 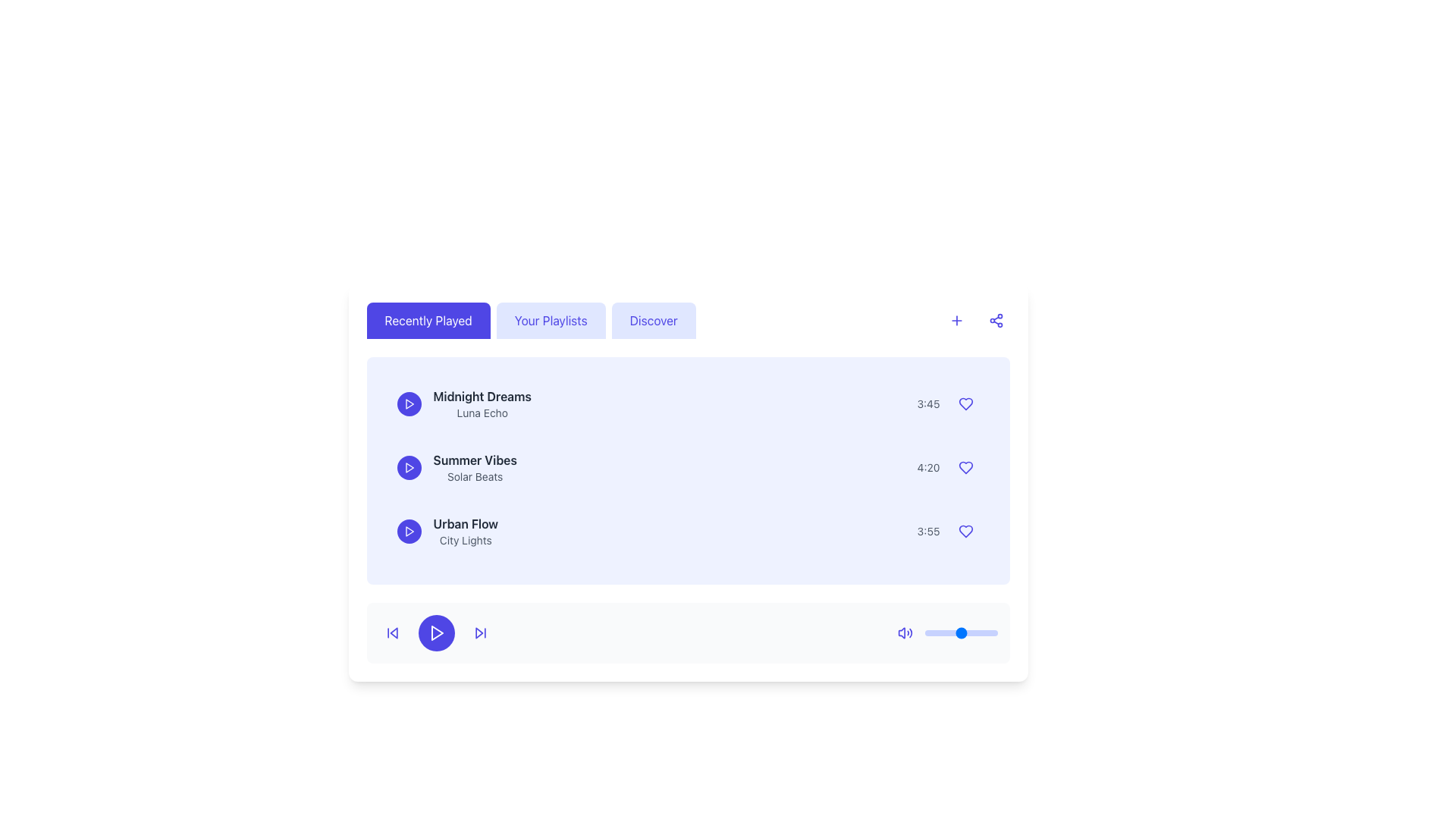 I want to click on the slider, so click(x=987, y=632).